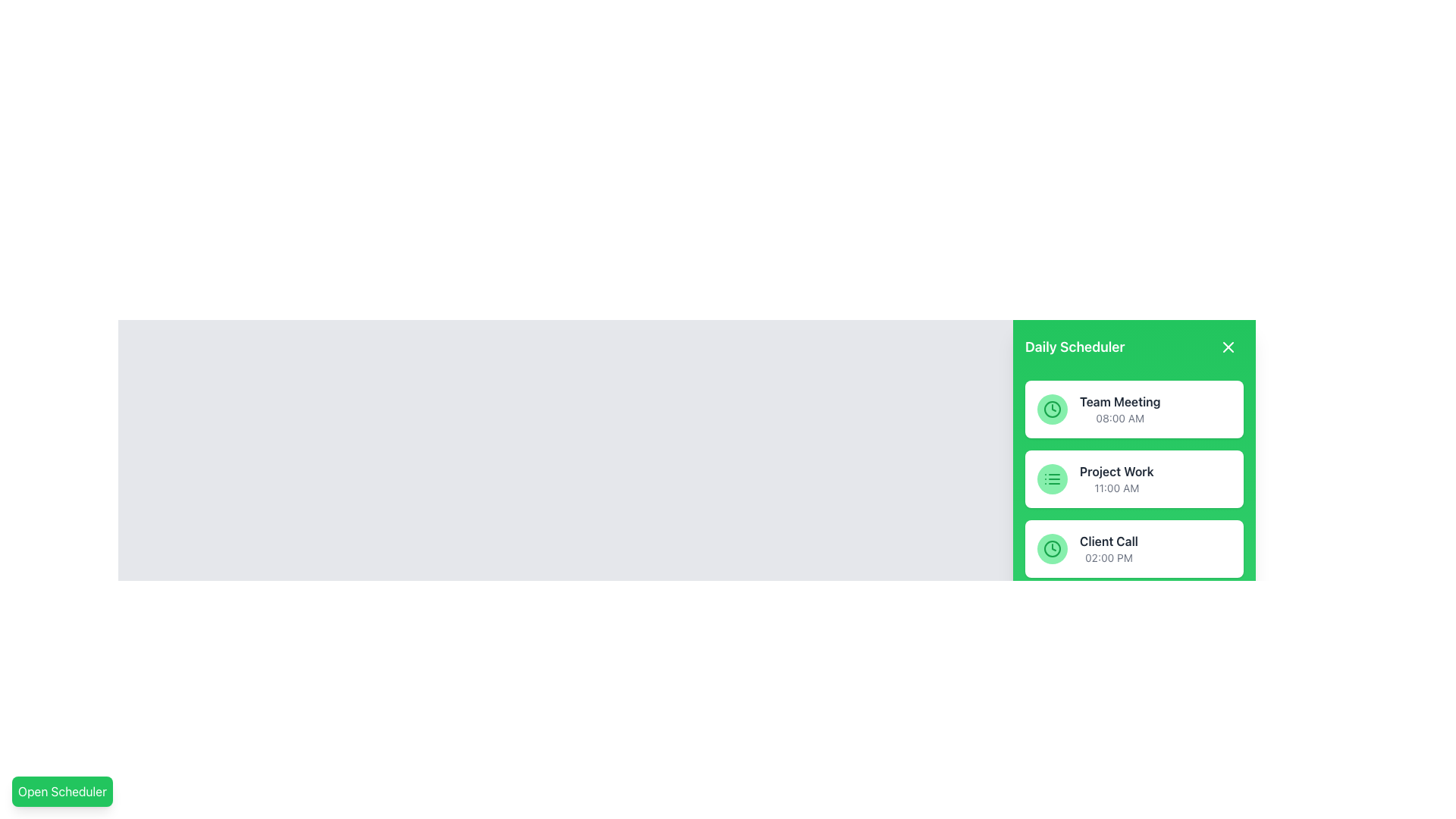 This screenshot has width=1456, height=819. I want to click on the scheduled event titled 'Client Call' at 02:00 PM, so click(1134, 549).